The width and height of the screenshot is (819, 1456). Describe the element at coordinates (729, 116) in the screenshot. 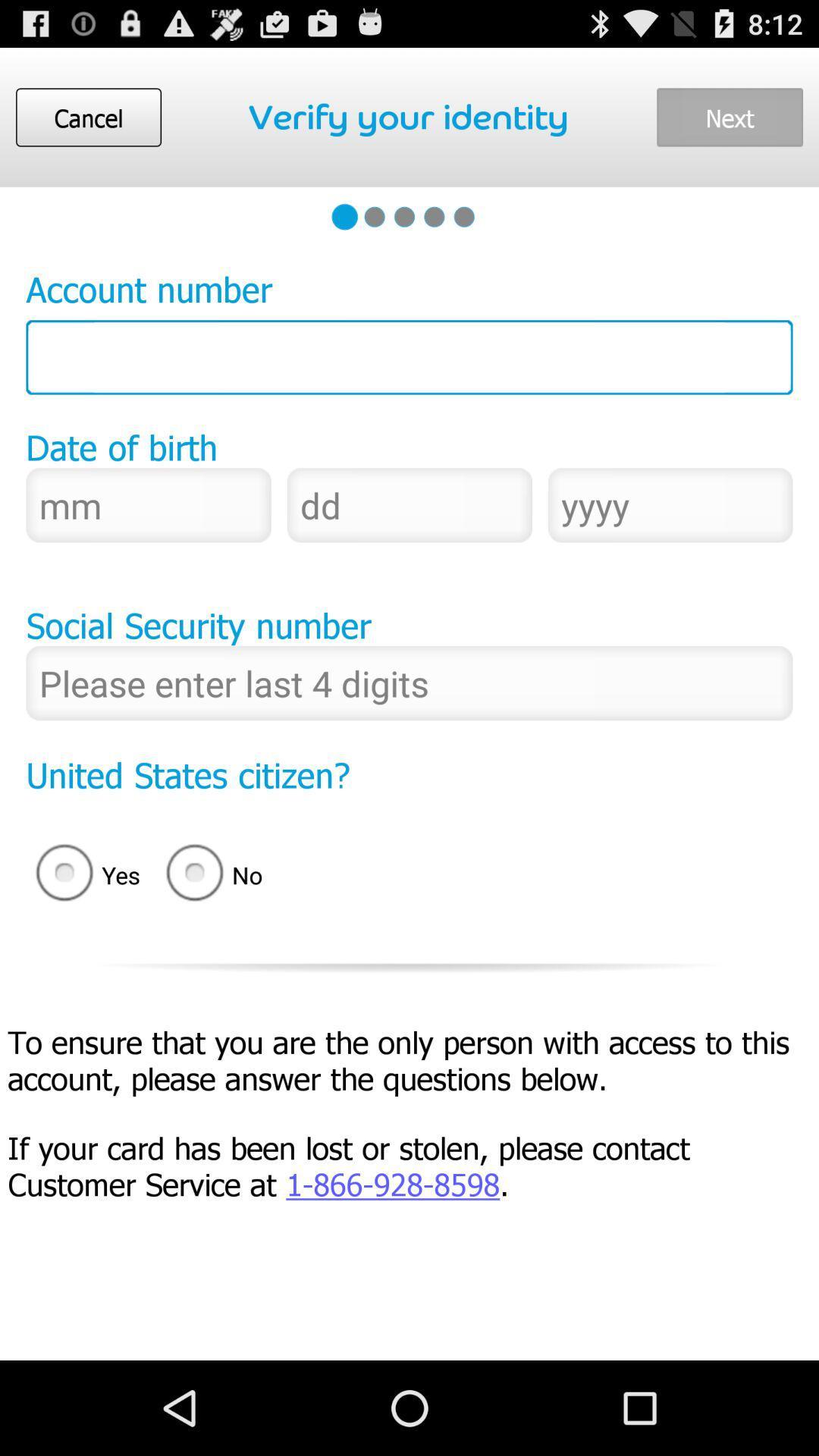

I see `the icon at the top right corner` at that location.